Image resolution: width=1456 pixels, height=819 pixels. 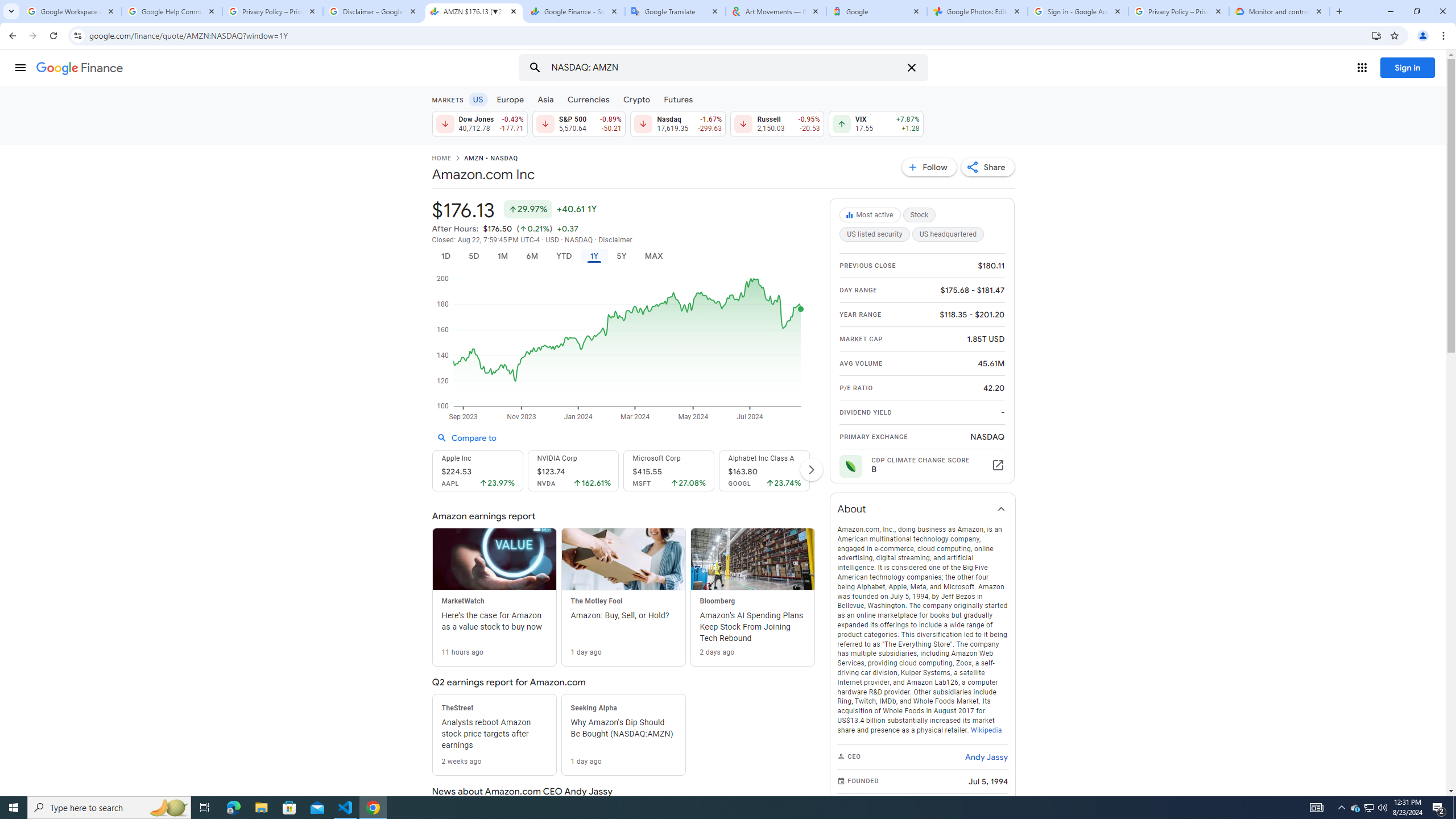 What do you see at coordinates (477, 98) in the screenshot?
I see `'US'` at bounding box center [477, 98].